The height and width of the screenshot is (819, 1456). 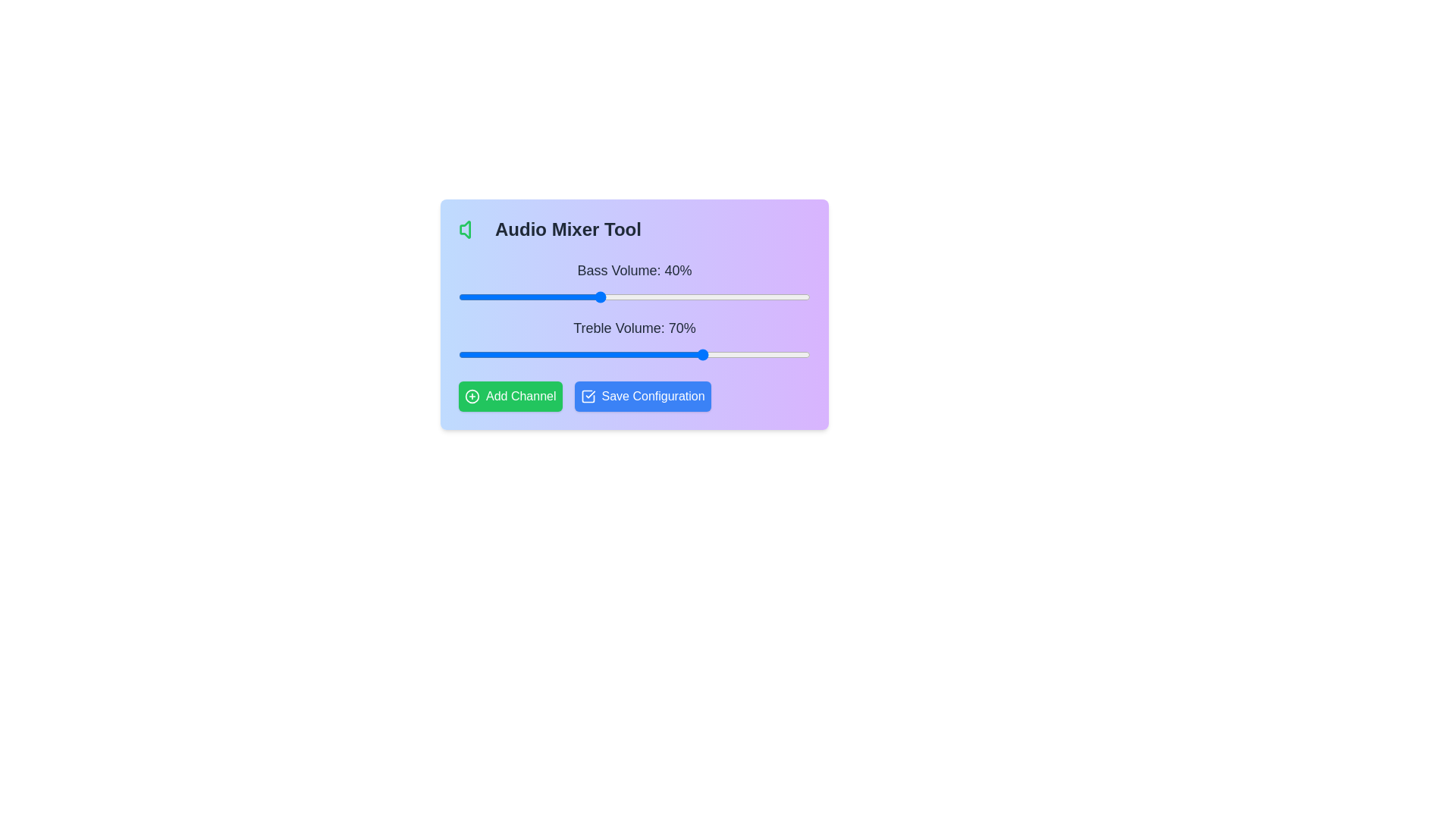 What do you see at coordinates (566, 297) in the screenshot?
I see `the slider` at bounding box center [566, 297].